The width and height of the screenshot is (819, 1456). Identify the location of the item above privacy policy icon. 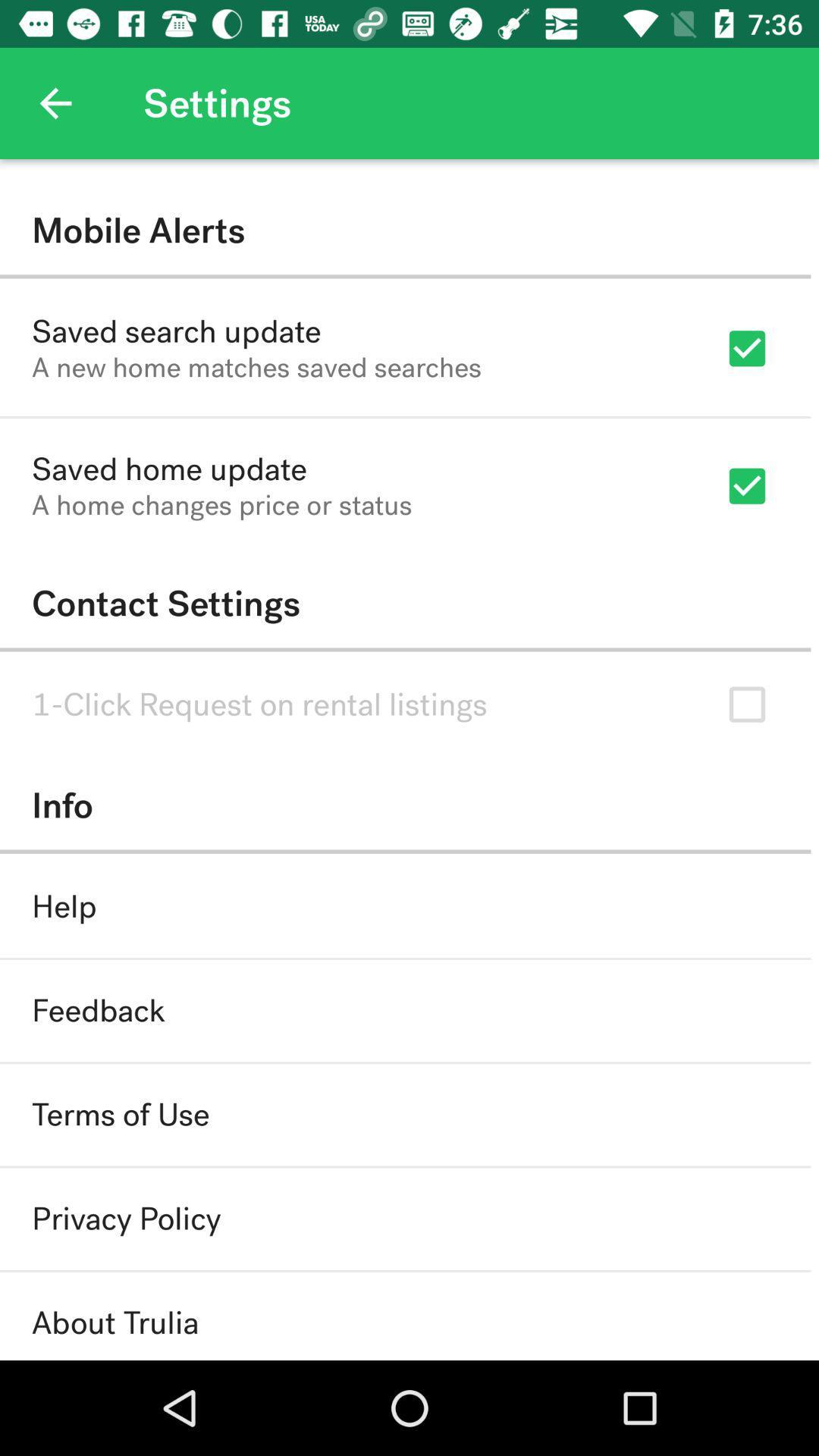
(120, 1115).